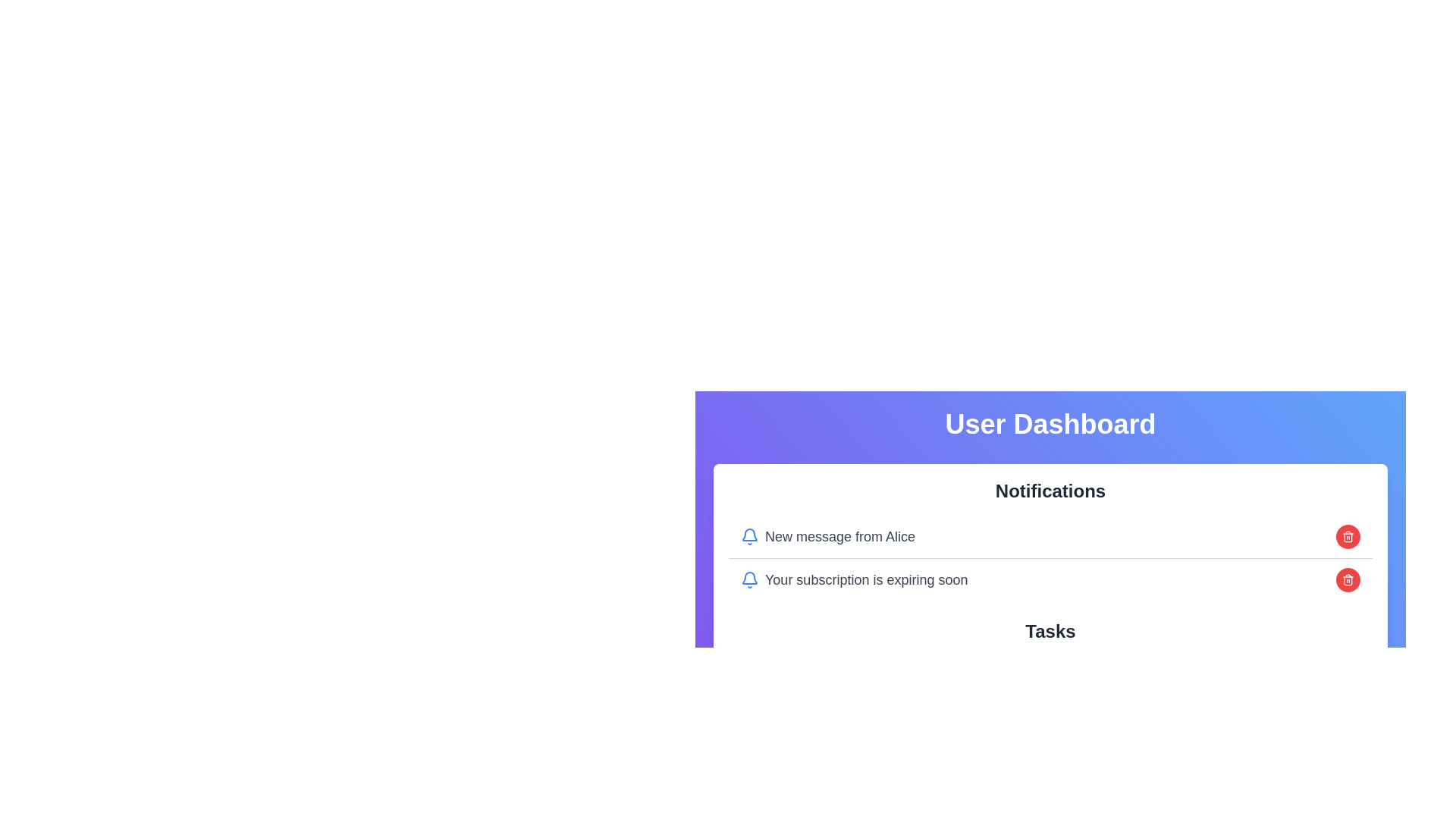 This screenshot has width=1456, height=819. Describe the element at coordinates (1348, 537) in the screenshot. I see `the trash icon in the top-right corner of the notification entry` at that location.